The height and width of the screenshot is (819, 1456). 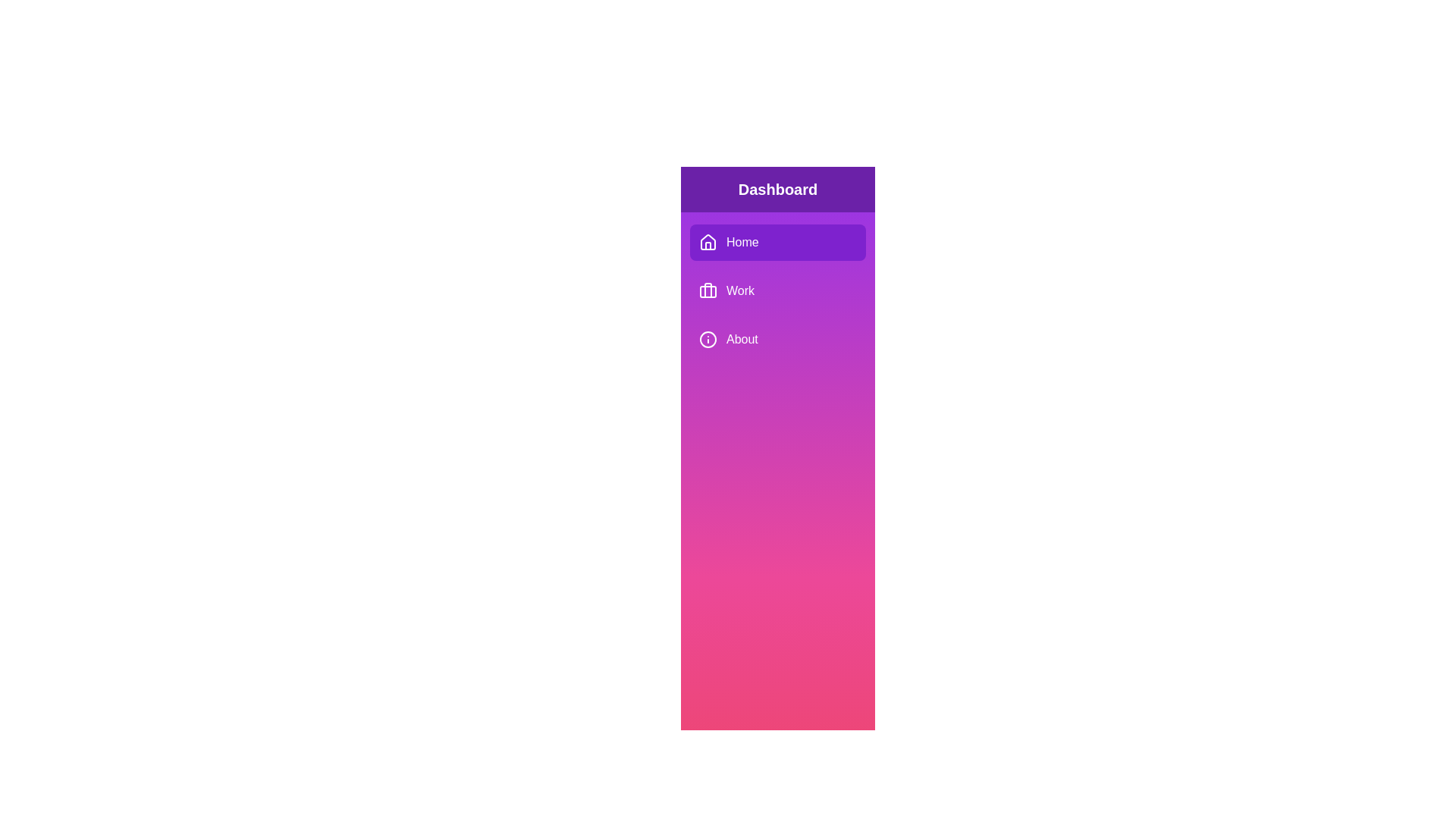 What do you see at coordinates (778, 338) in the screenshot?
I see `the menu item About in the sidebar` at bounding box center [778, 338].